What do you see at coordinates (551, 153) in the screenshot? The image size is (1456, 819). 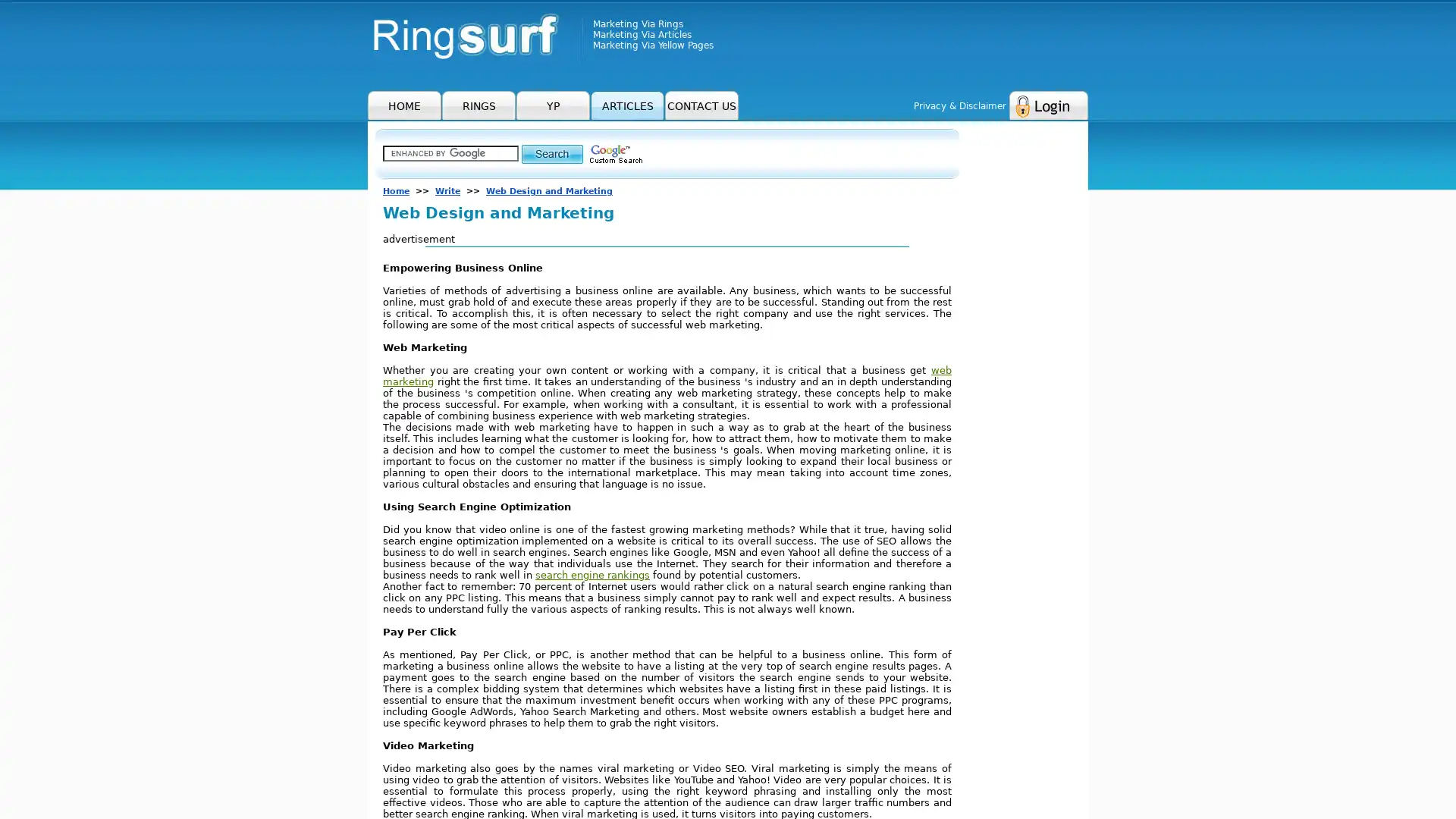 I see `Submit` at bounding box center [551, 153].